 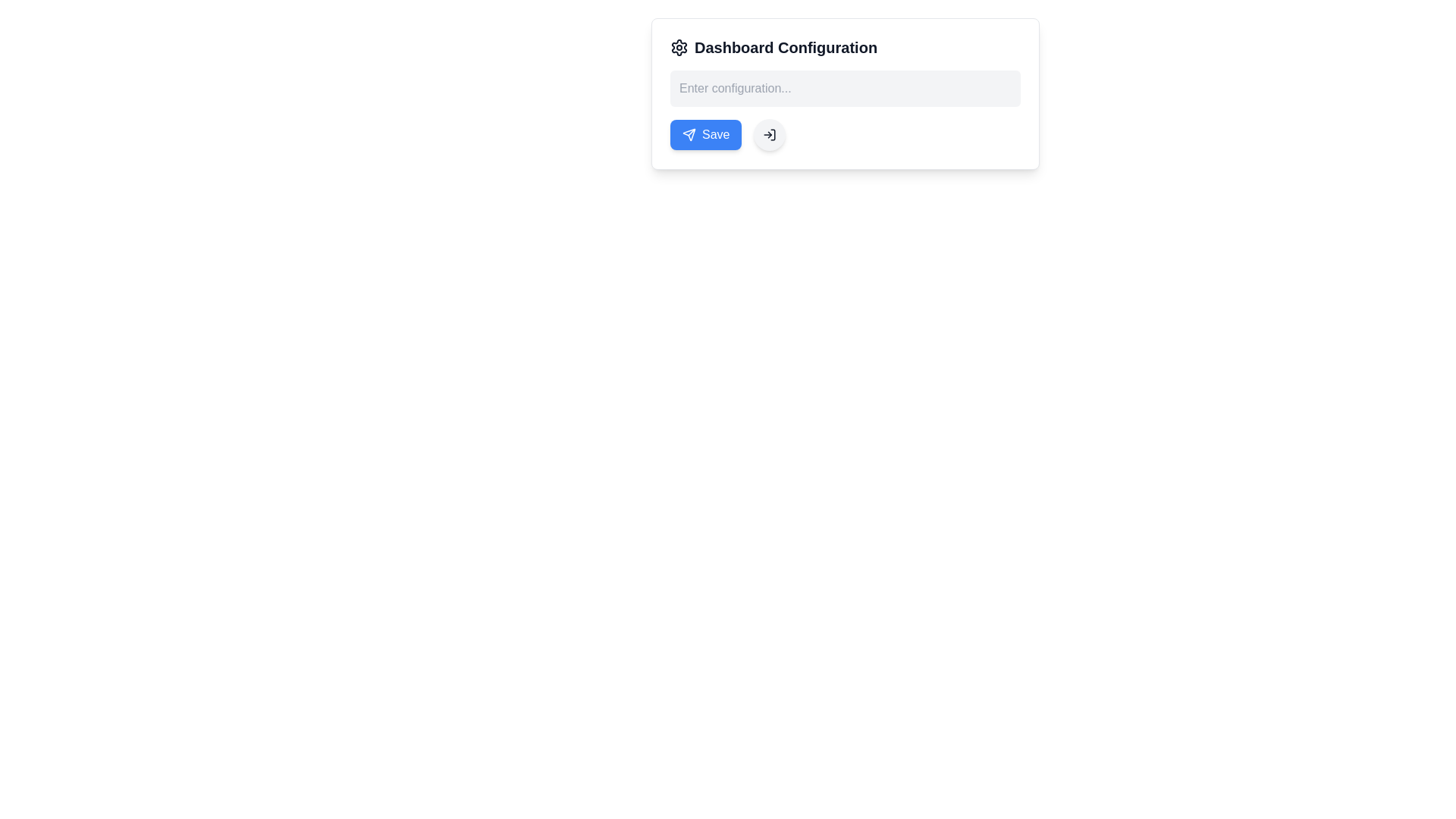 I want to click on the log-in icon located to the right of the blue 'Save' button under the 'Dashboard Configuration' header, so click(x=770, y=133).